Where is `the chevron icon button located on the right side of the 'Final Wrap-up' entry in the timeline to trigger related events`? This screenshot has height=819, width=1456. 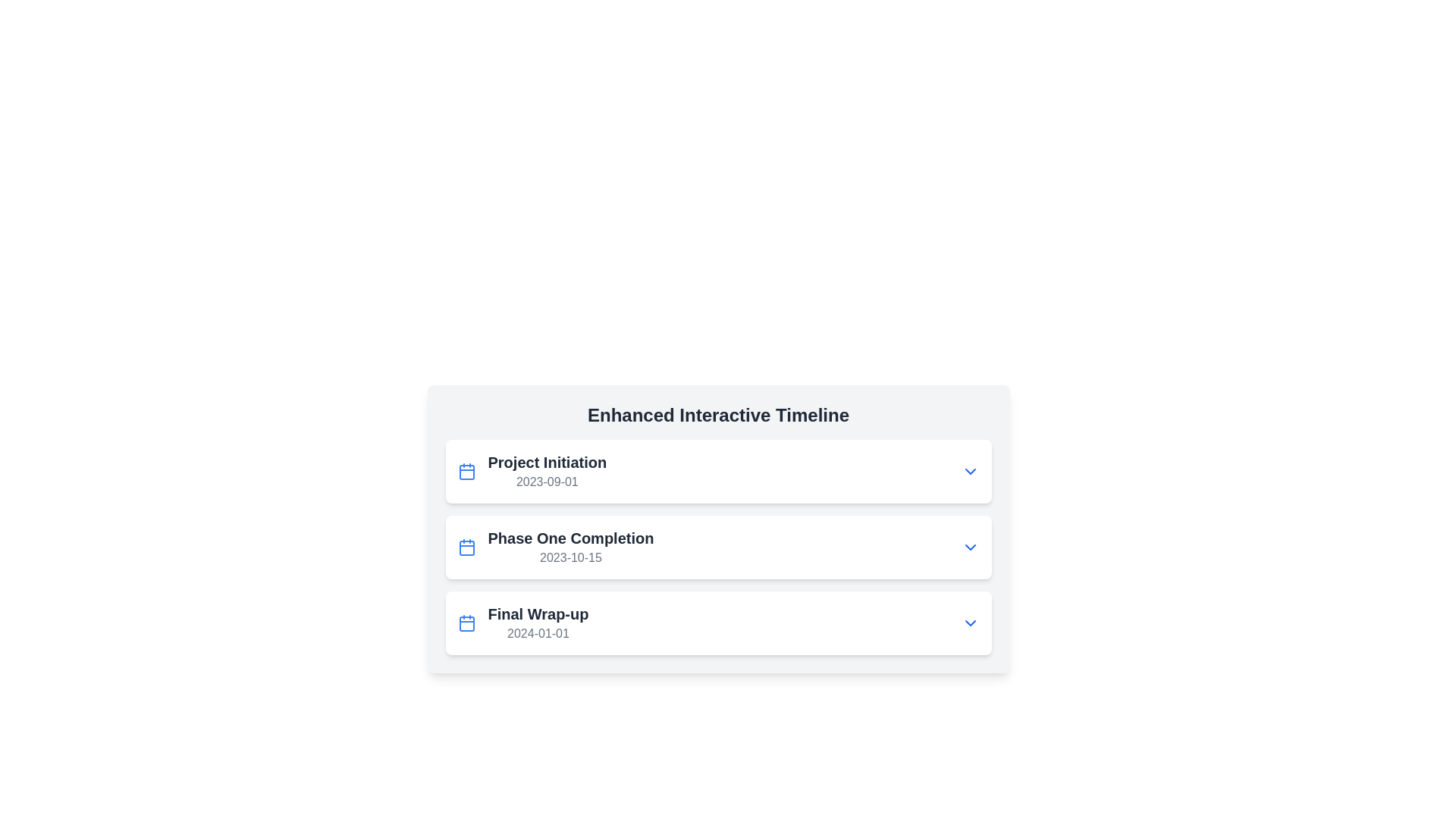 the chevron icon button located on the right side of the 'Final Wrap-up' entry in the timeline to trigger related events is located at coordinates (969, 623).